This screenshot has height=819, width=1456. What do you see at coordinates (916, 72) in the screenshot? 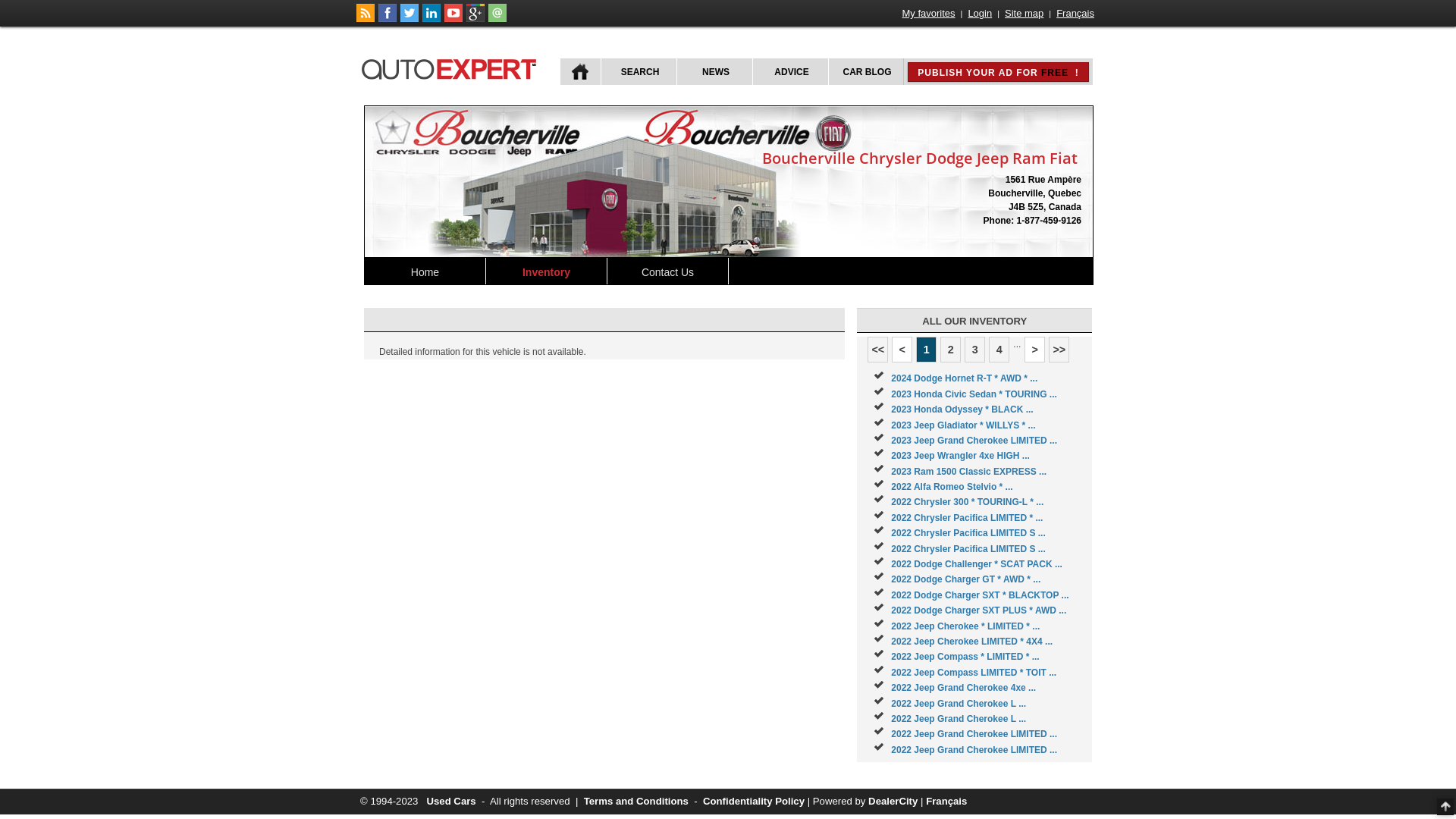
I see `'PUBLISH YOUR AD FOR FREE  !'` at bounding box center [916, 72].